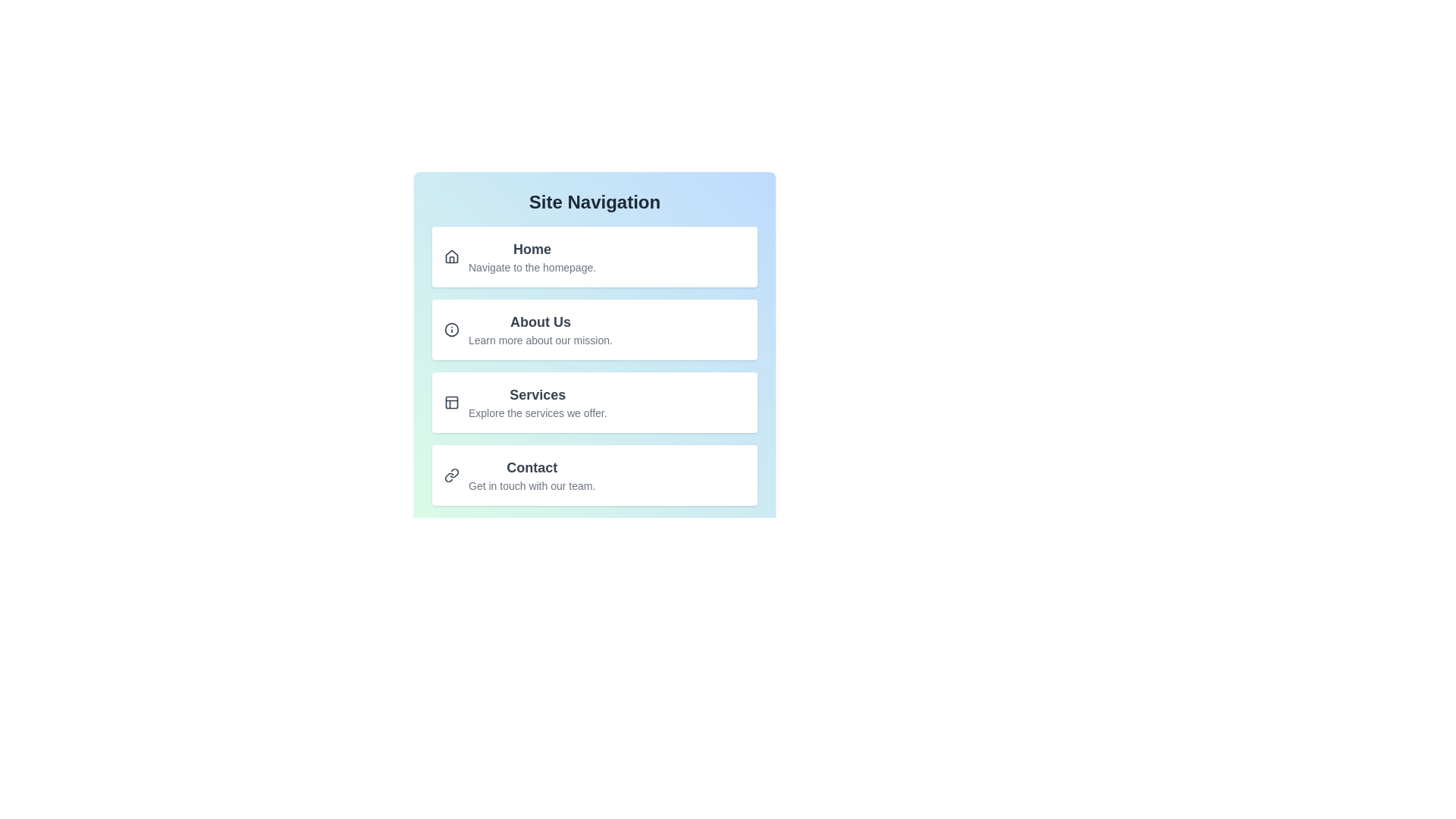 The image size is (1456, 819). Describe the element at coordinates (532, 475) in the screenshot. I see `the 'Contact' navigational link in the Site Navigation menu` at that location.